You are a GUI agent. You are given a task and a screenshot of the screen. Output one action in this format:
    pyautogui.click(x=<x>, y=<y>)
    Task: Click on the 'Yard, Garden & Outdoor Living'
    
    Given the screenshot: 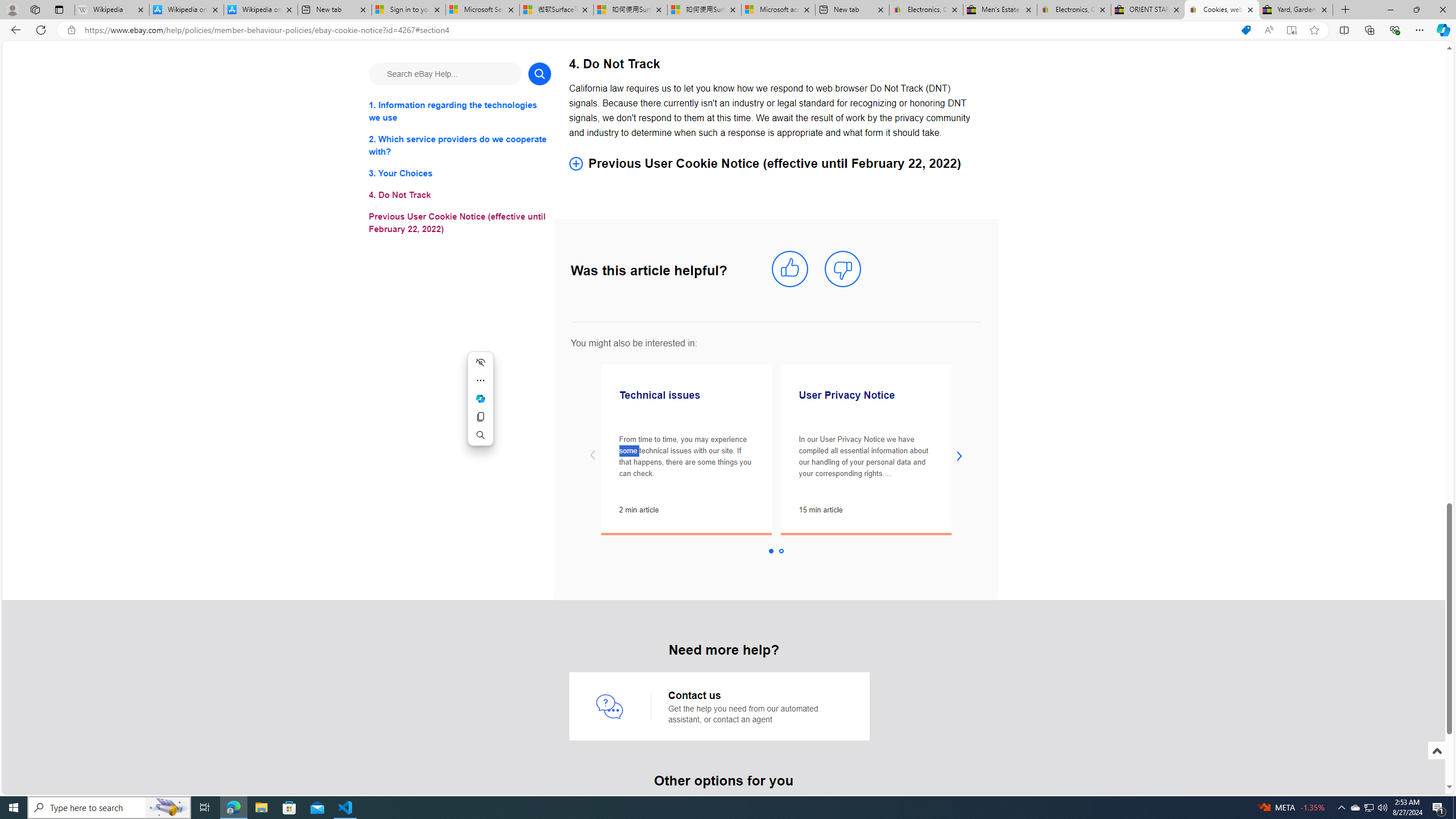 What is the action you would take?
    pyautogui.click(x=1296, y=9)
    